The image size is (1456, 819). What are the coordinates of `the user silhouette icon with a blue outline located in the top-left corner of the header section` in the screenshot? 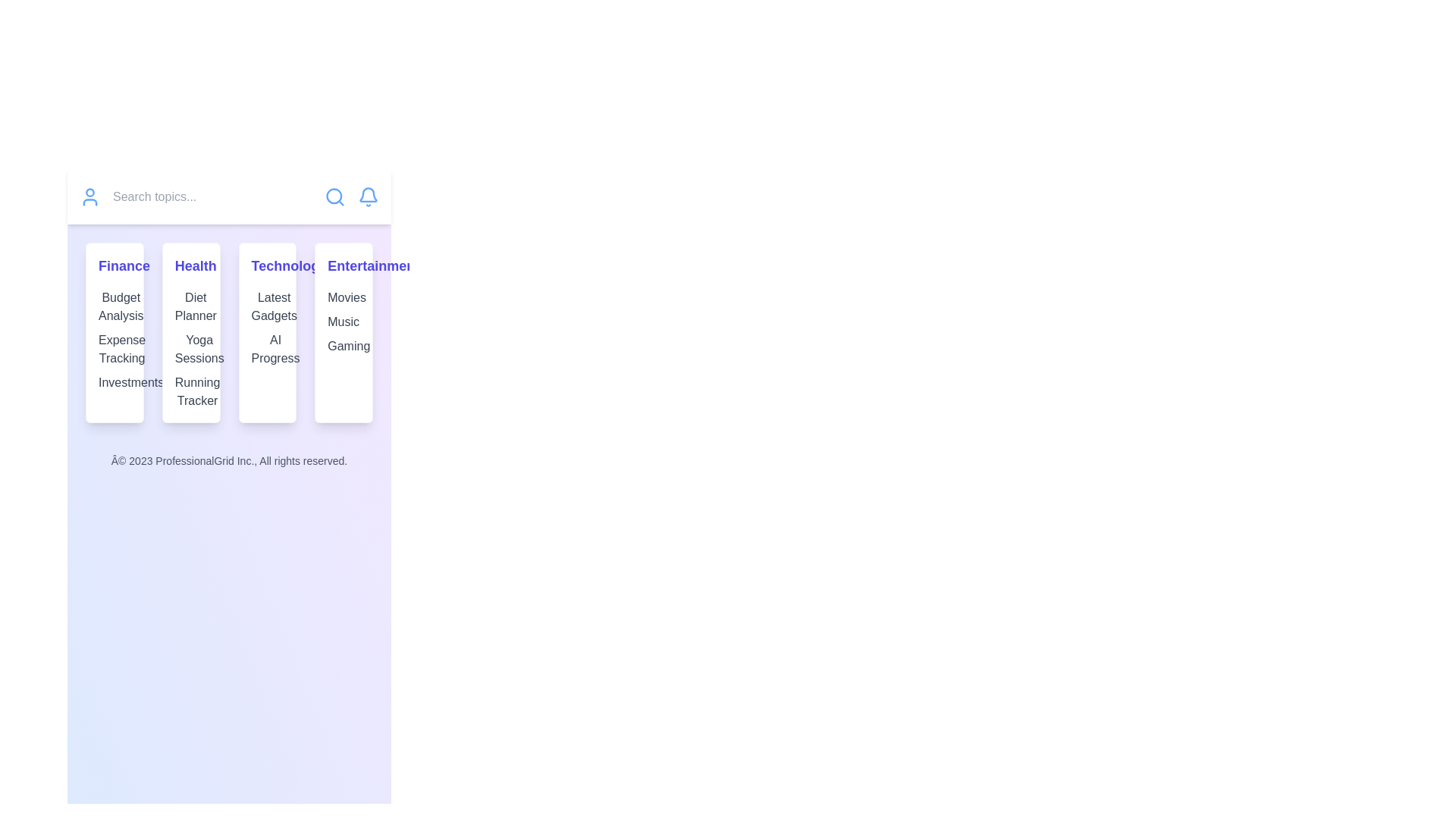 It's located at (89, 196).